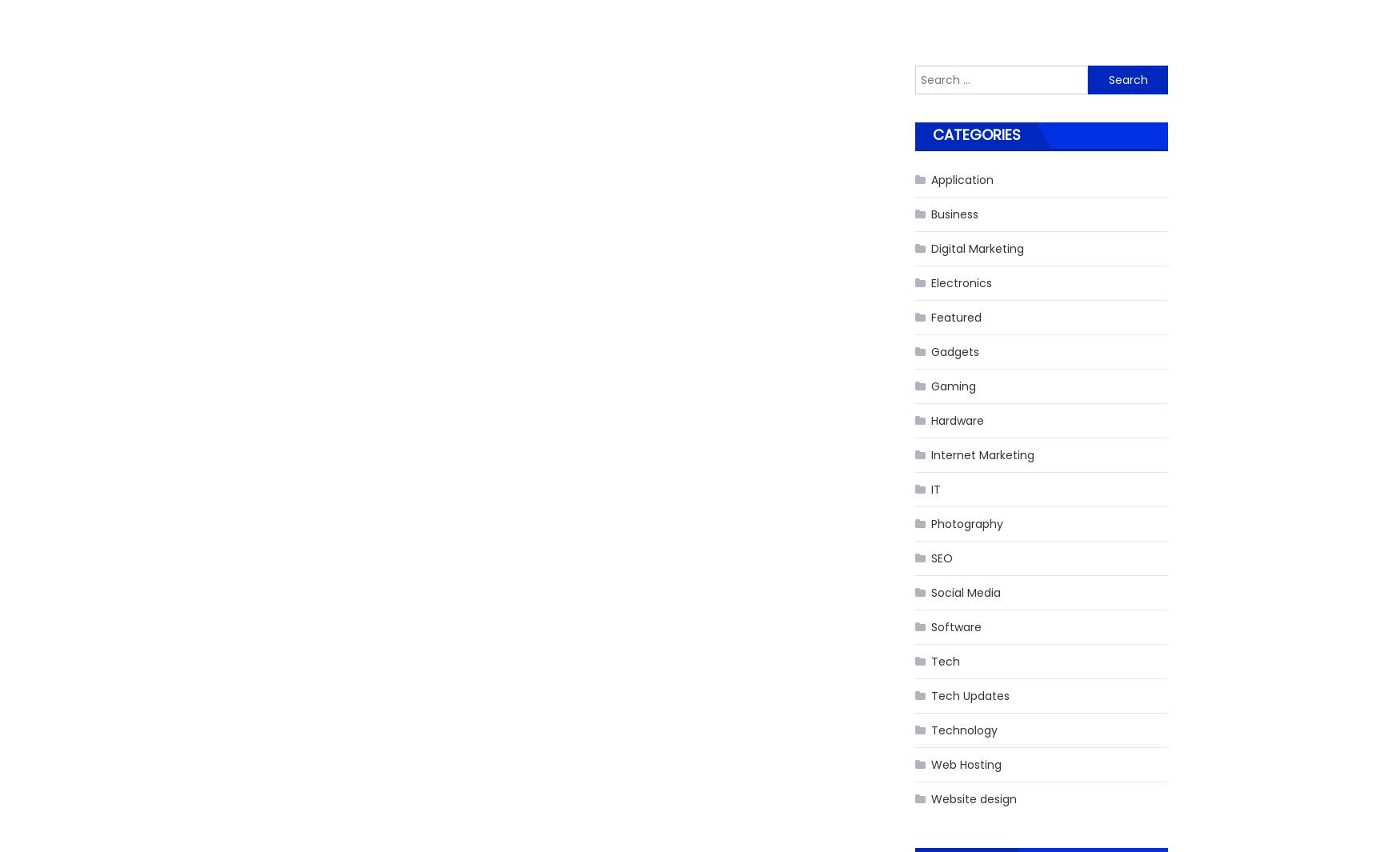 This screenshot has height=852, width=1400. What do you see at coordinates (982, 454) in the screenshot?
I see `'Internet Marketing'` at bounding box center [982, 454].